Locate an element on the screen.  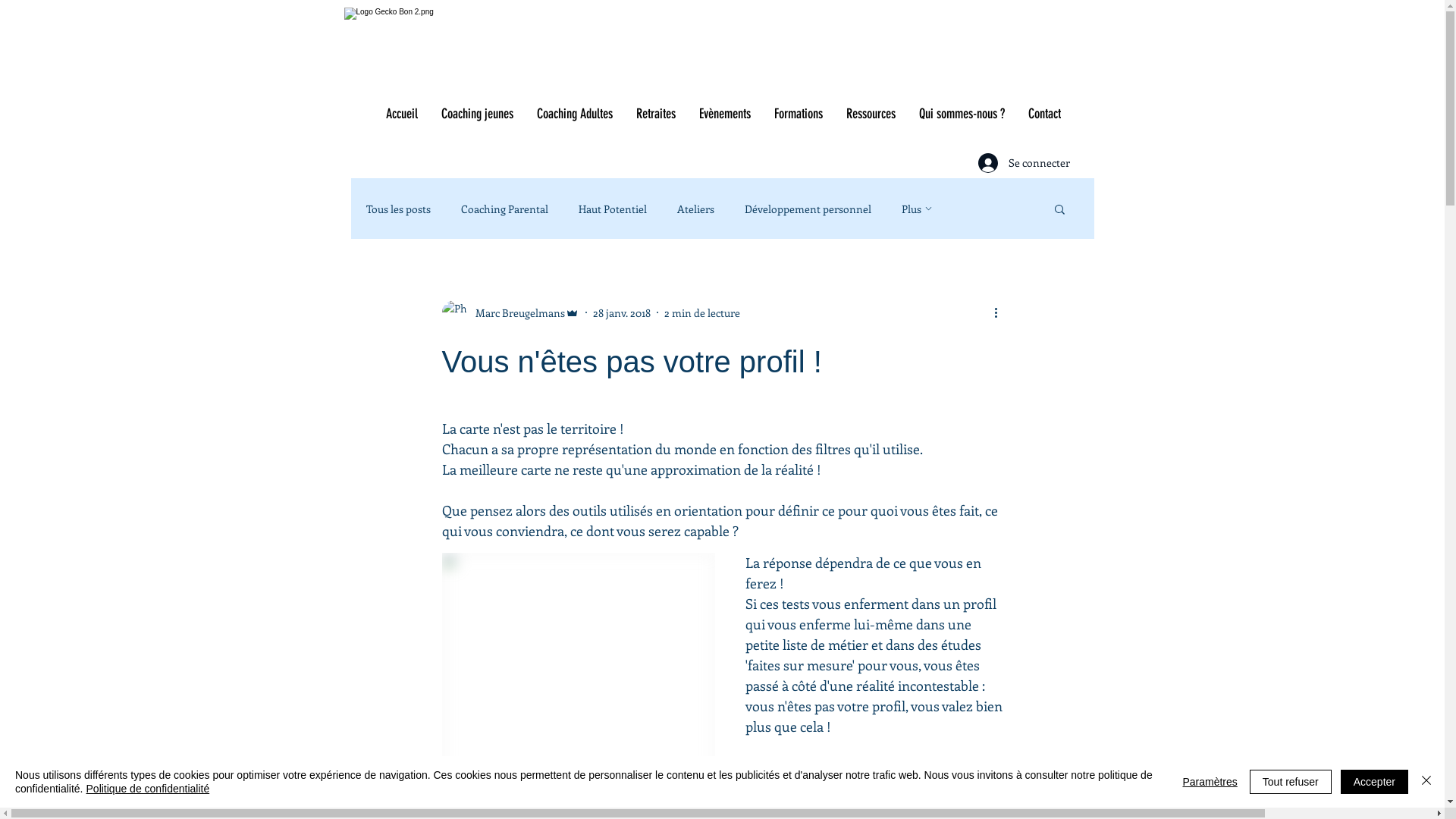
'Formations' is located at coordinates (796, 113).